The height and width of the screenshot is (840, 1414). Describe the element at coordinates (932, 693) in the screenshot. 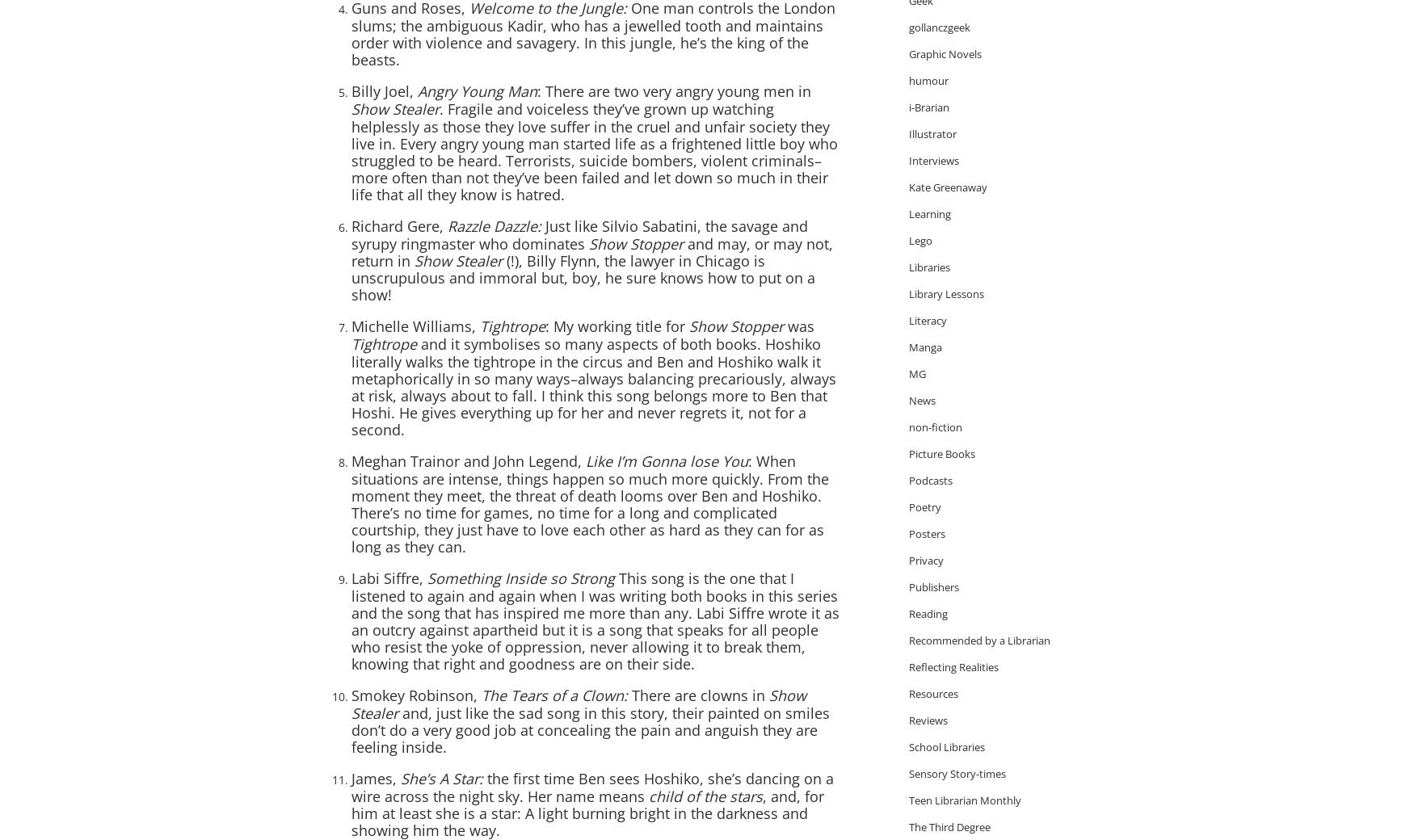

I see `'Resources'` at that location.